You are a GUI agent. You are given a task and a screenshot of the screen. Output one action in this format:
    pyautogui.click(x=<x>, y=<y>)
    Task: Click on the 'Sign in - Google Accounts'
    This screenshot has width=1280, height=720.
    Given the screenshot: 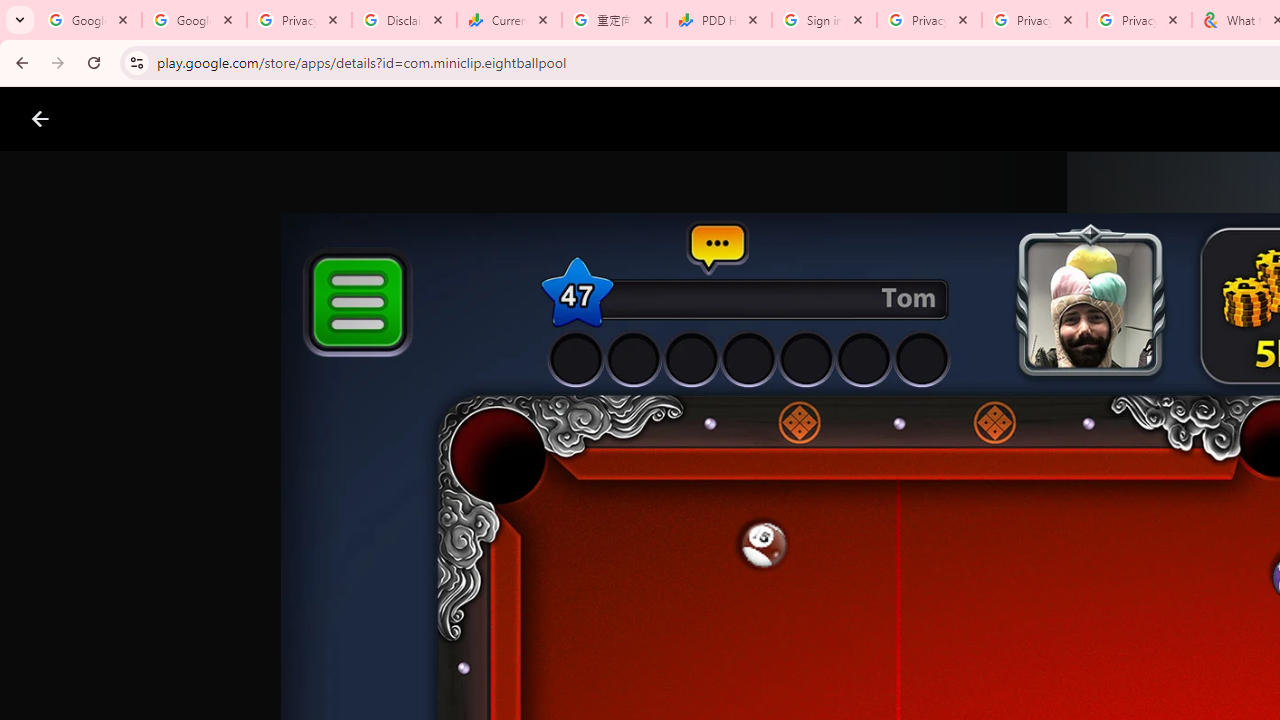 What is the action you would take?
    pyautogui.click(x=824, y=20)
    